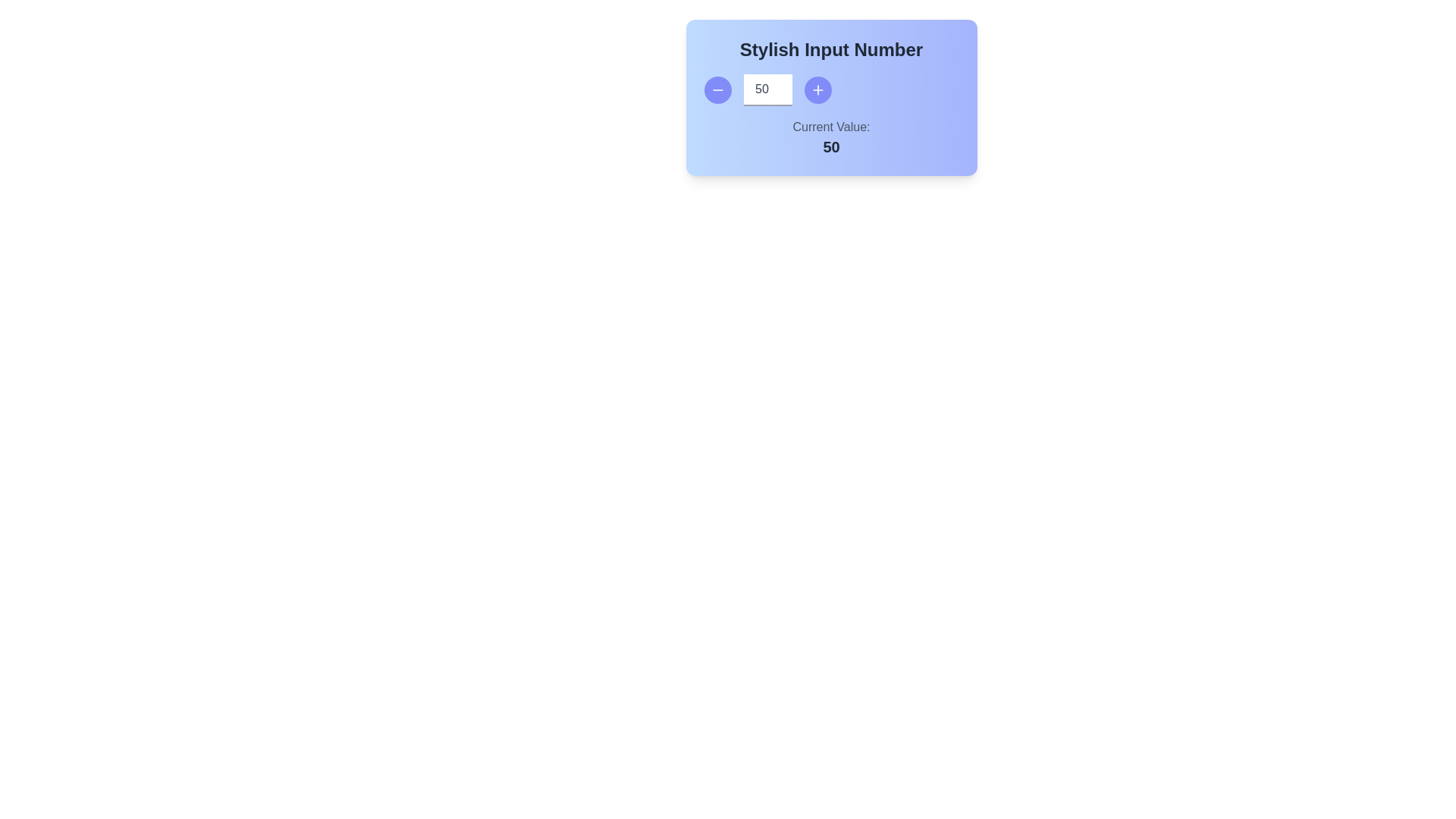 This screenshot has height=819, width=1456. Describe the element at coordinates (817, 90) in the screenshot. I see `the circular button with an indigo background containing a centered 'plus' icon to increment the value next to the input box labeled '50'` at that location.